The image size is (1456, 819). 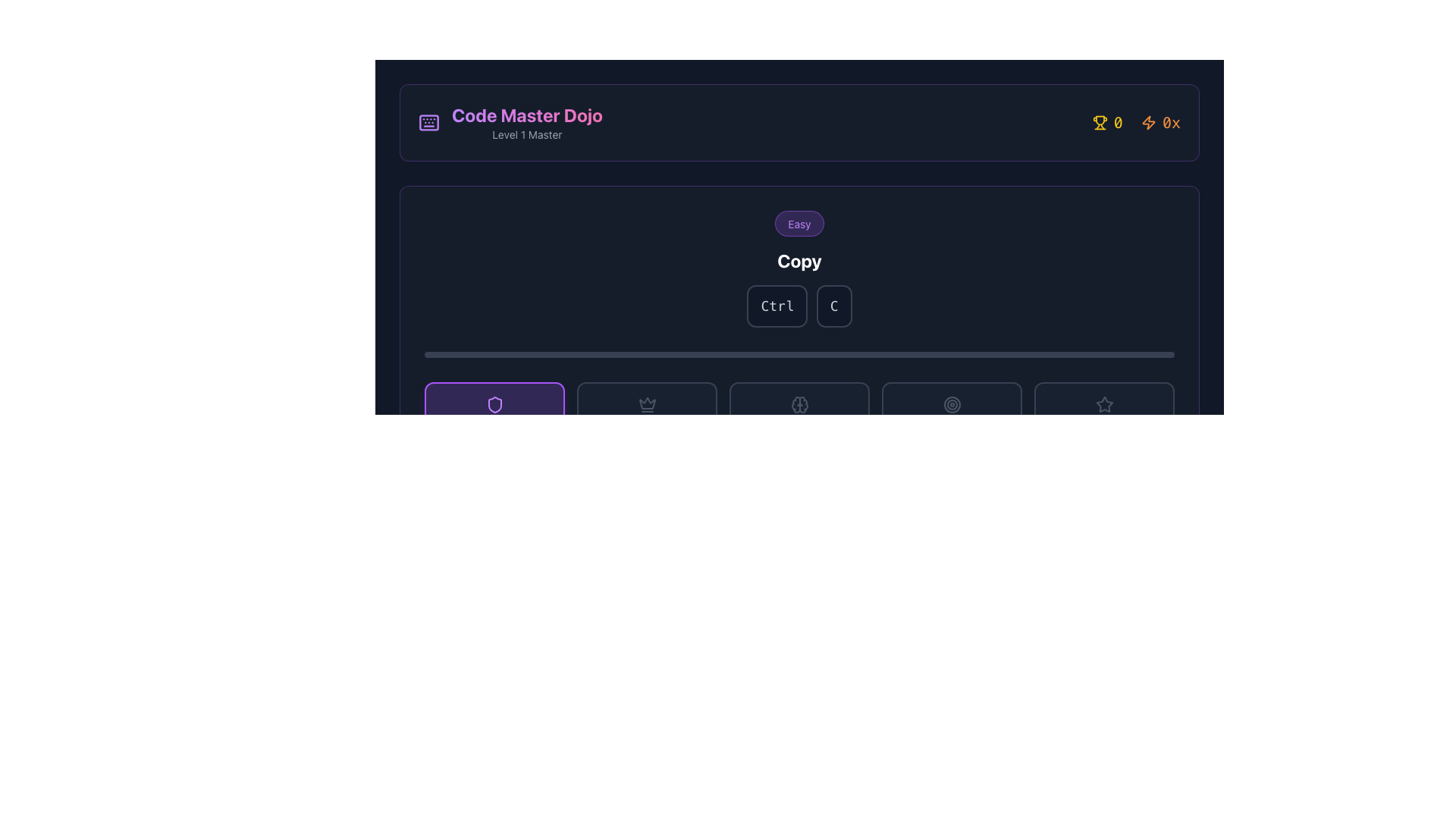 What do you see at coordinates (494, 403) in the screenshot?
I see `the shield icon button located at the leftmost position of the grid row at the bottom of the interface` at bounding box center [494, 403].